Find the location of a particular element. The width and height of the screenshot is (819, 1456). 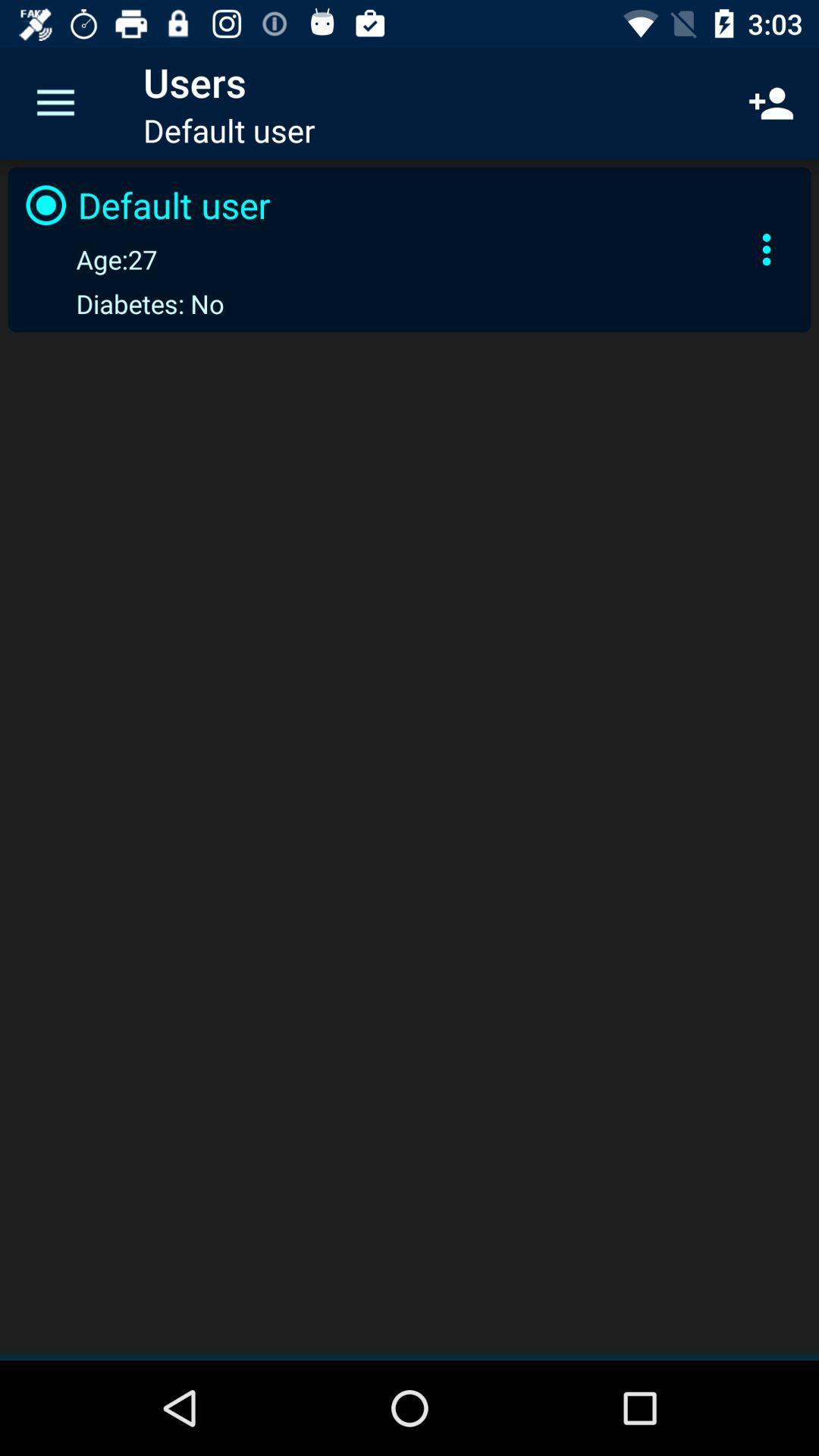

the icon above the diabetes: no icon is located at coordinates (88, 259).